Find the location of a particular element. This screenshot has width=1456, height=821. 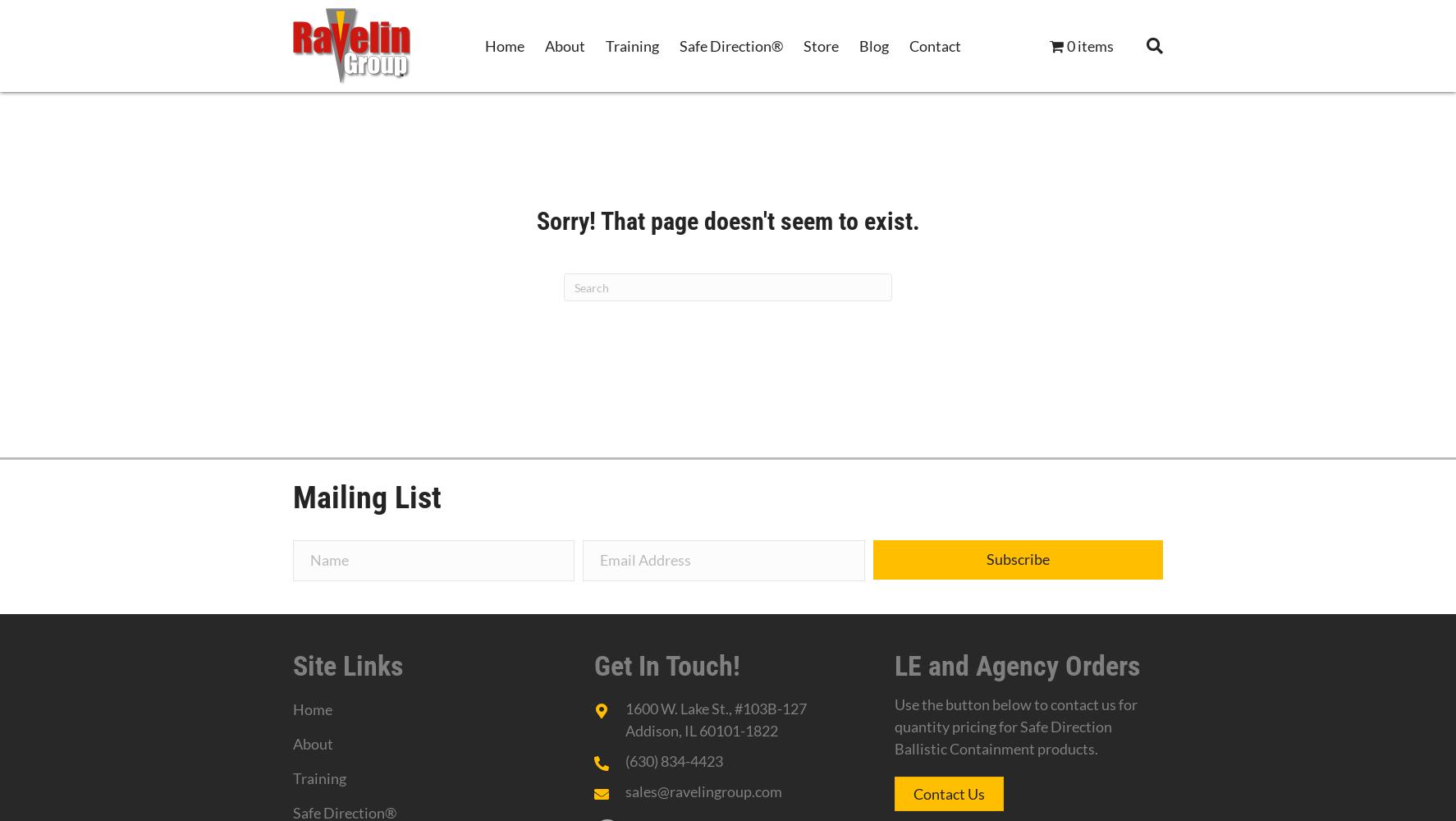

'Use the button below to contact us for quantity pricing for Safe Direction Ballistic Containment products.' is located at coordinates (1016, 727).